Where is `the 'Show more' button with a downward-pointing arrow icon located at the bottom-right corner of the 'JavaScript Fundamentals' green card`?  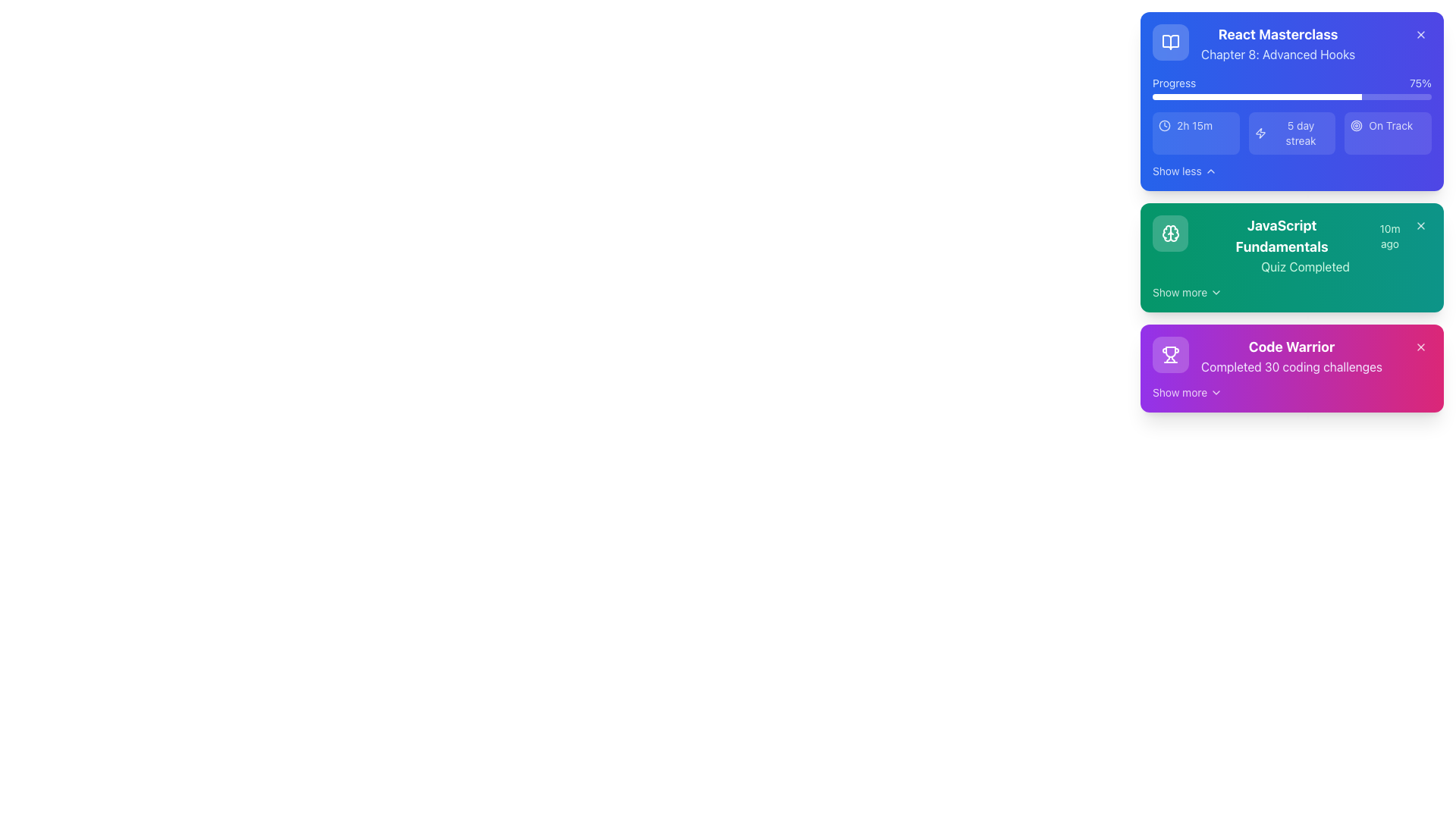
the 'Show more' button with a downward-pointing arrow icon located at the bottom-right corner of the 'JavaScript Fundamentals' green card is located at coordinates (1186, 292).